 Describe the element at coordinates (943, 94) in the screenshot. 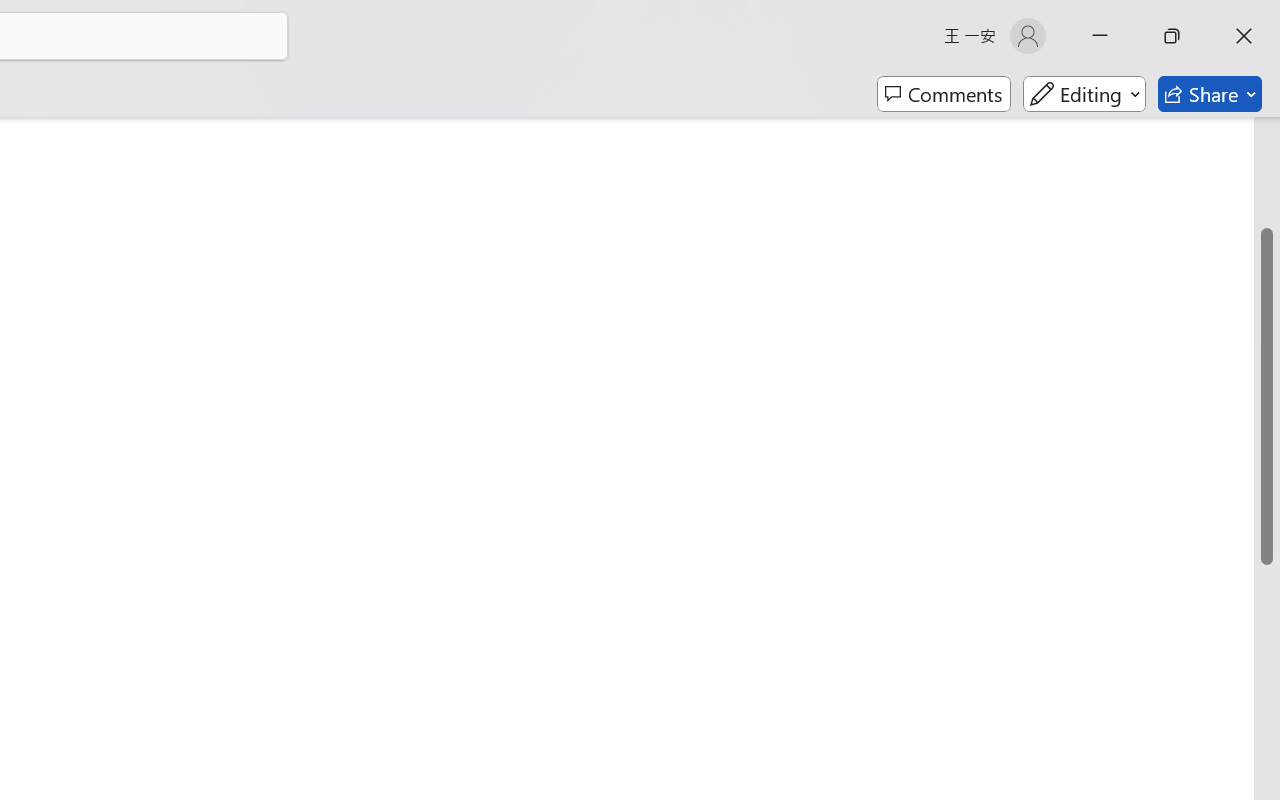

I see `'Comments'` at that location.